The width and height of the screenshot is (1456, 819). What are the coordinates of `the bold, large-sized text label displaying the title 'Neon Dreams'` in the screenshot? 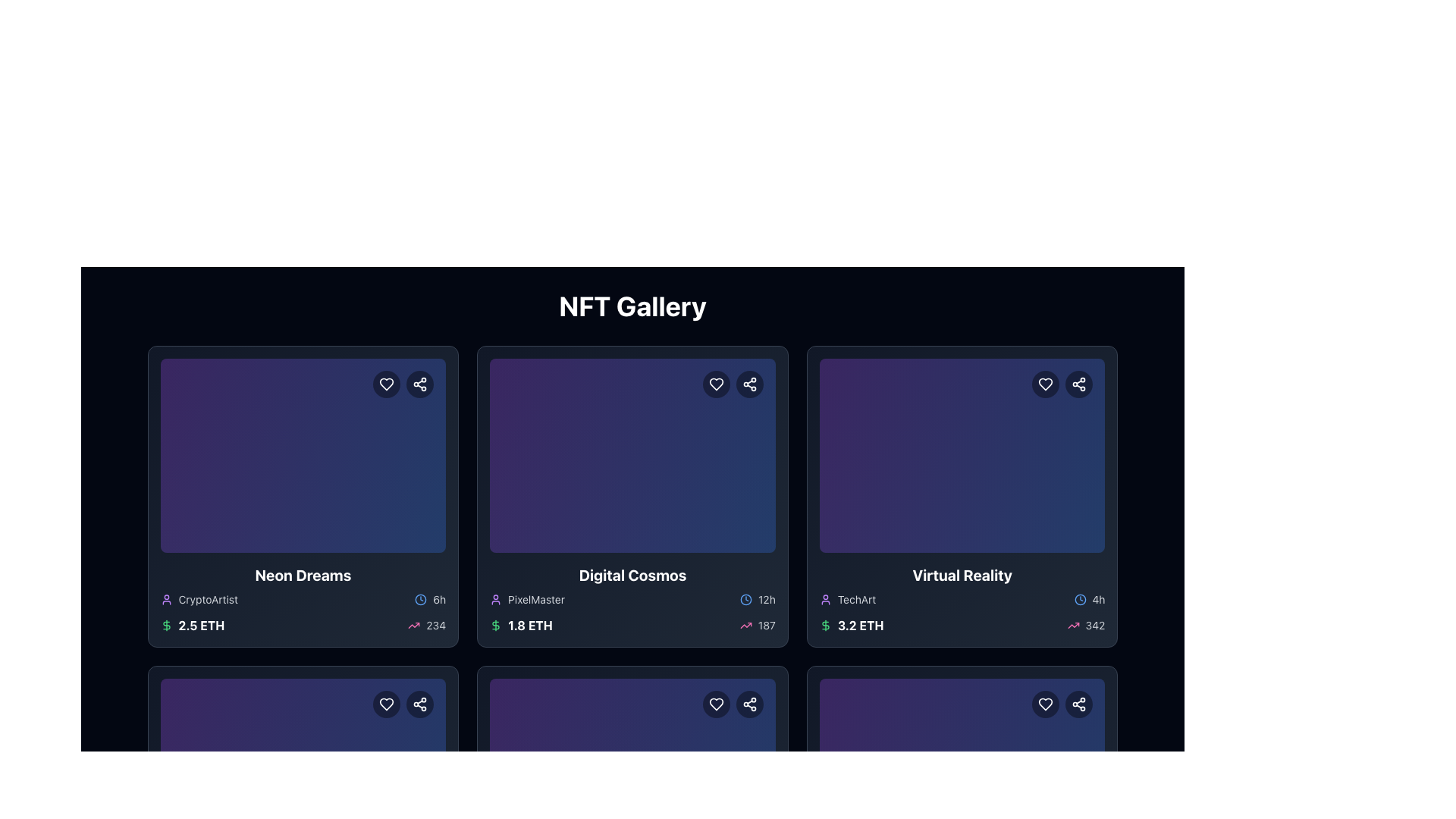 It's located at (303, 576).